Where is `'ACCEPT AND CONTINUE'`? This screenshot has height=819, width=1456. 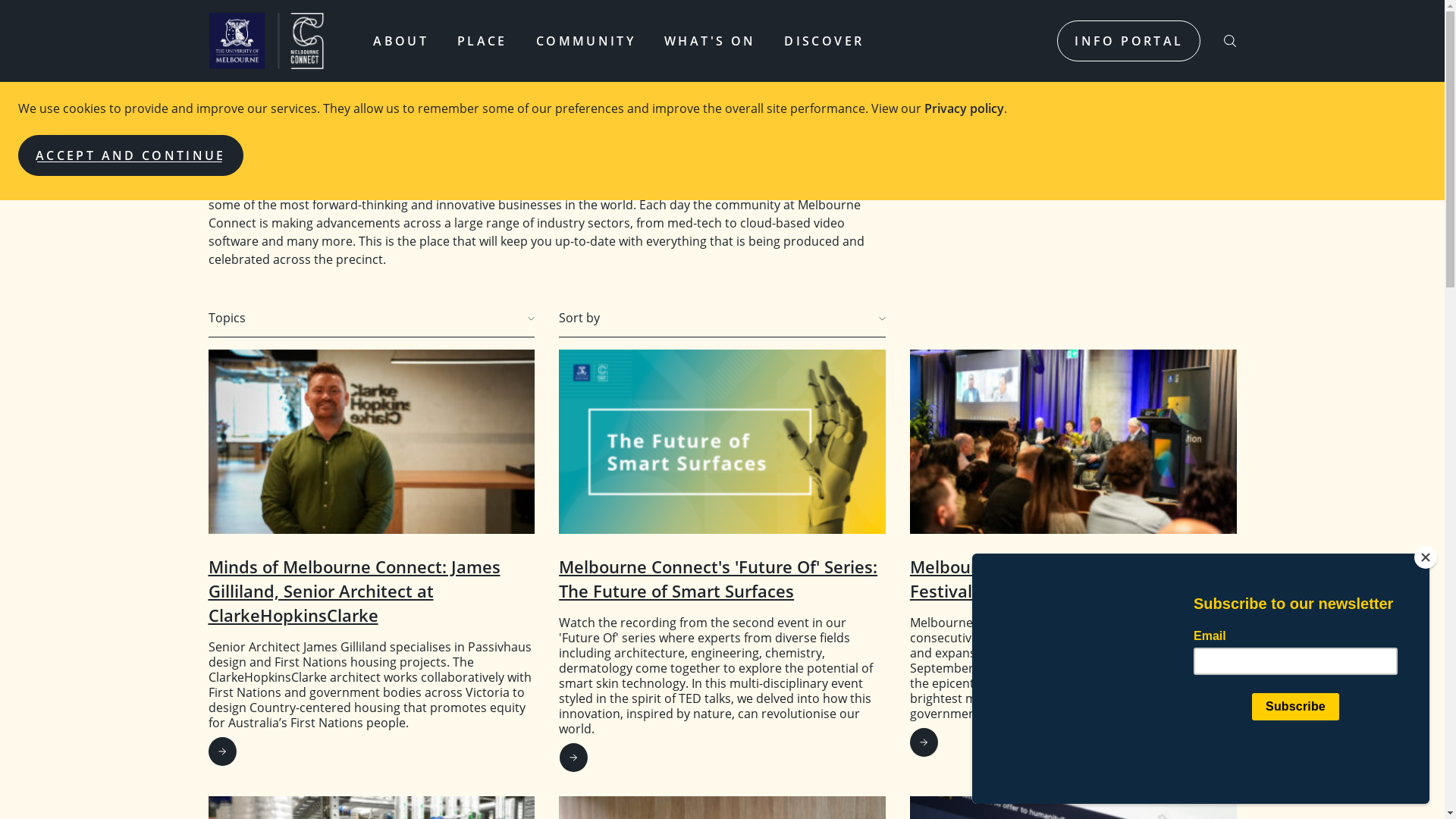
'ACCEPT AND CONTINUE' is located at coordinates (130, 155).